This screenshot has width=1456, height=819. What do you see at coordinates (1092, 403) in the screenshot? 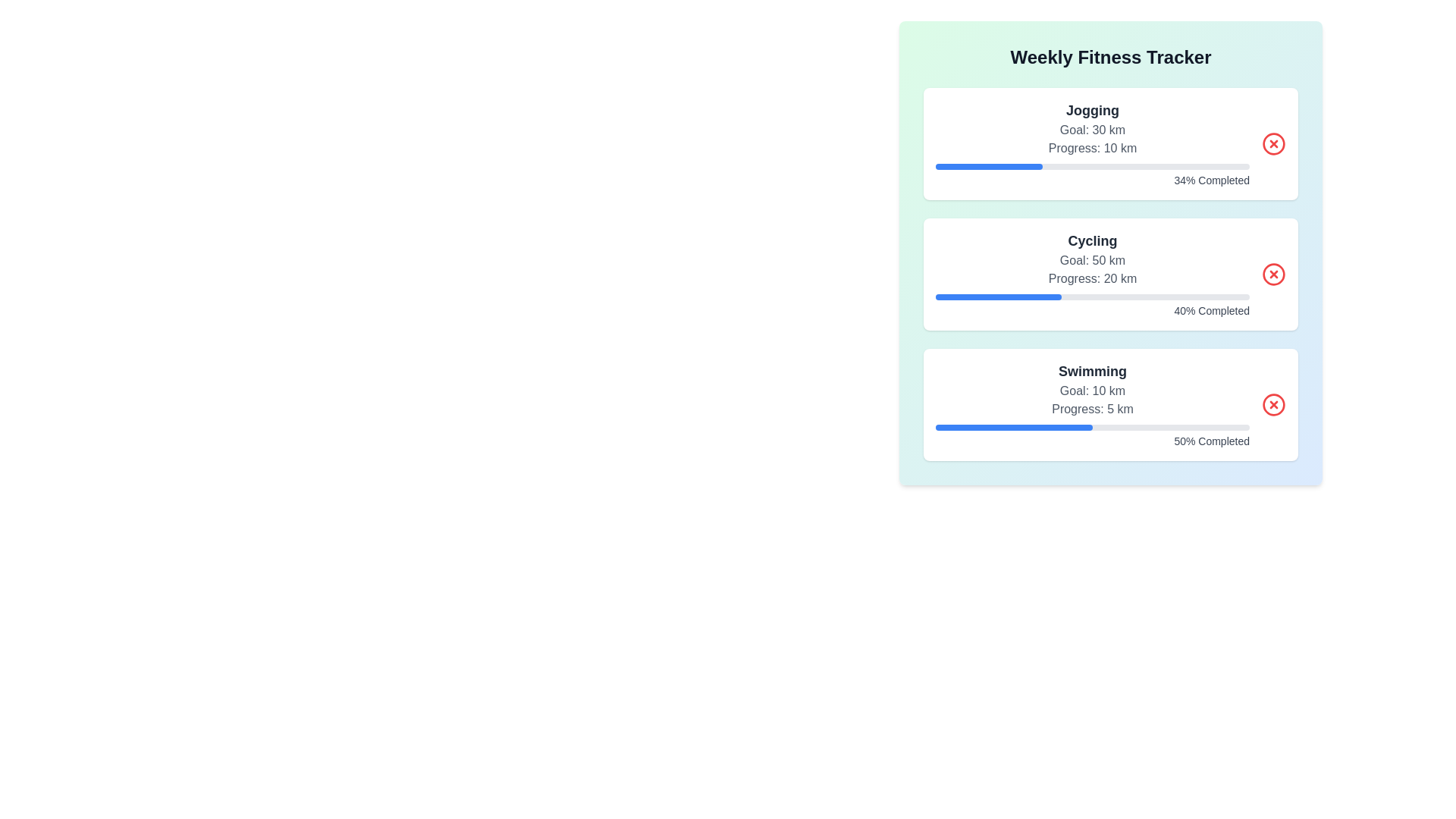
I see `the 'Swimming' progress card in the fitness tracker interface` at bounding box center [1092, 403].